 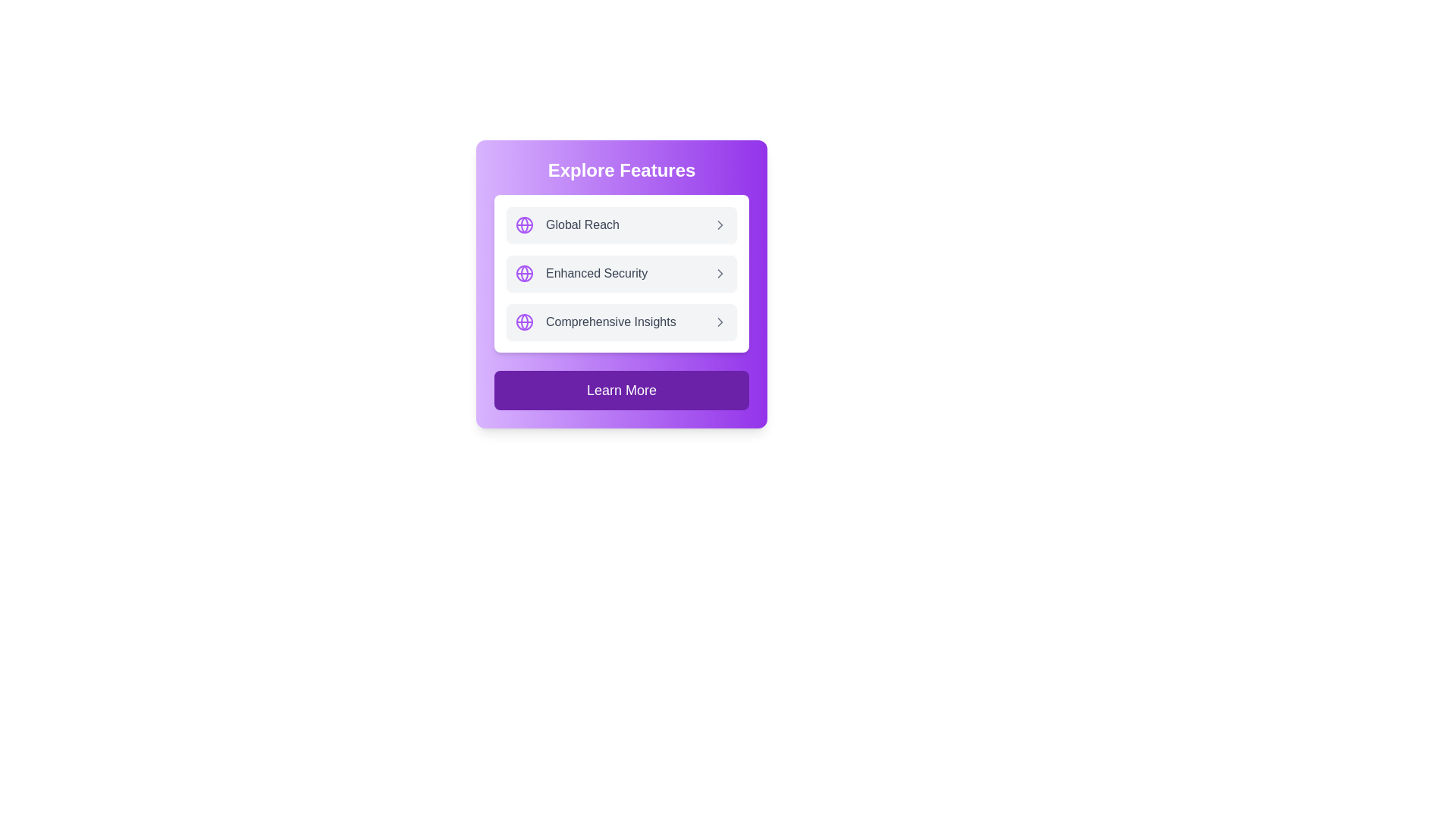 What do you see at coordinates (524, 225) in the screenshot?
I see `the decorative circular vector graphic representing the 'Global Reach' feature, which is located to the left of the text label 'Global Reach' in the interactive panel with a purple gradient header entitled 'Explore Features'` at bounding box center [524, 225].